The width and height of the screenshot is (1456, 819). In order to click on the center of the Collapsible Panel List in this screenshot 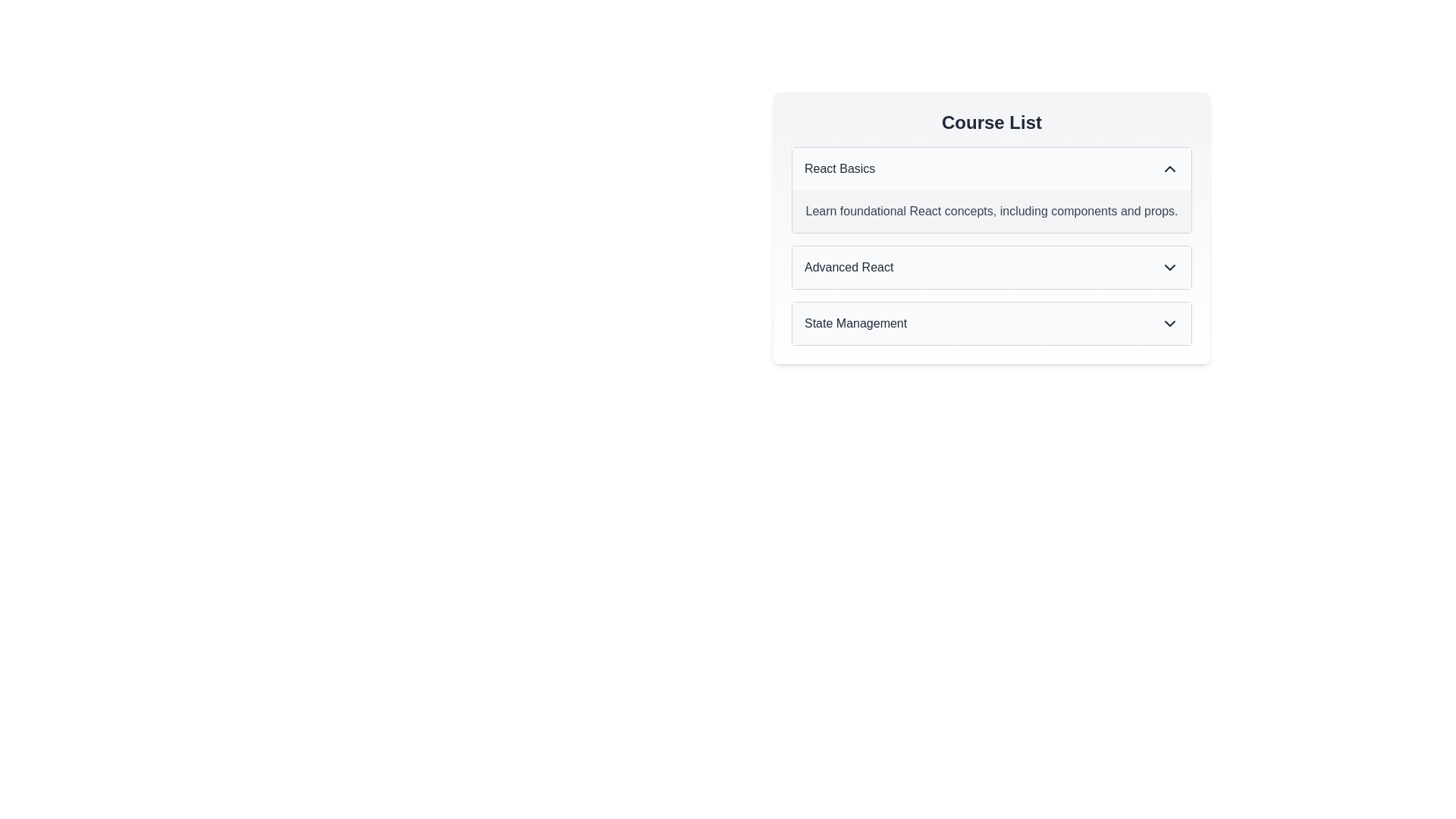, I will do `click(992, 227)`.